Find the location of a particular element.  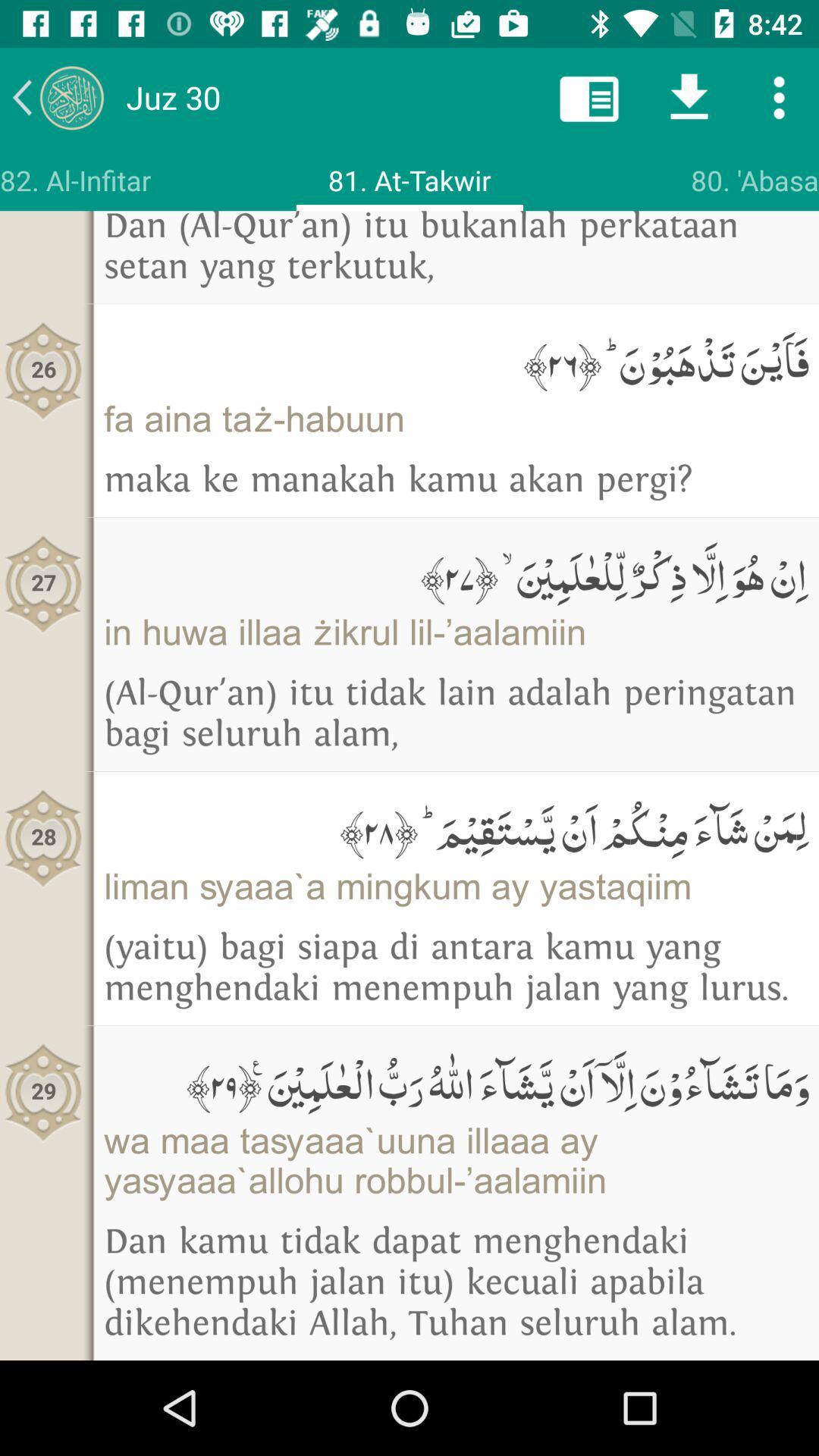

item to the right of the 26 icon is located at coordinates (455, 419).